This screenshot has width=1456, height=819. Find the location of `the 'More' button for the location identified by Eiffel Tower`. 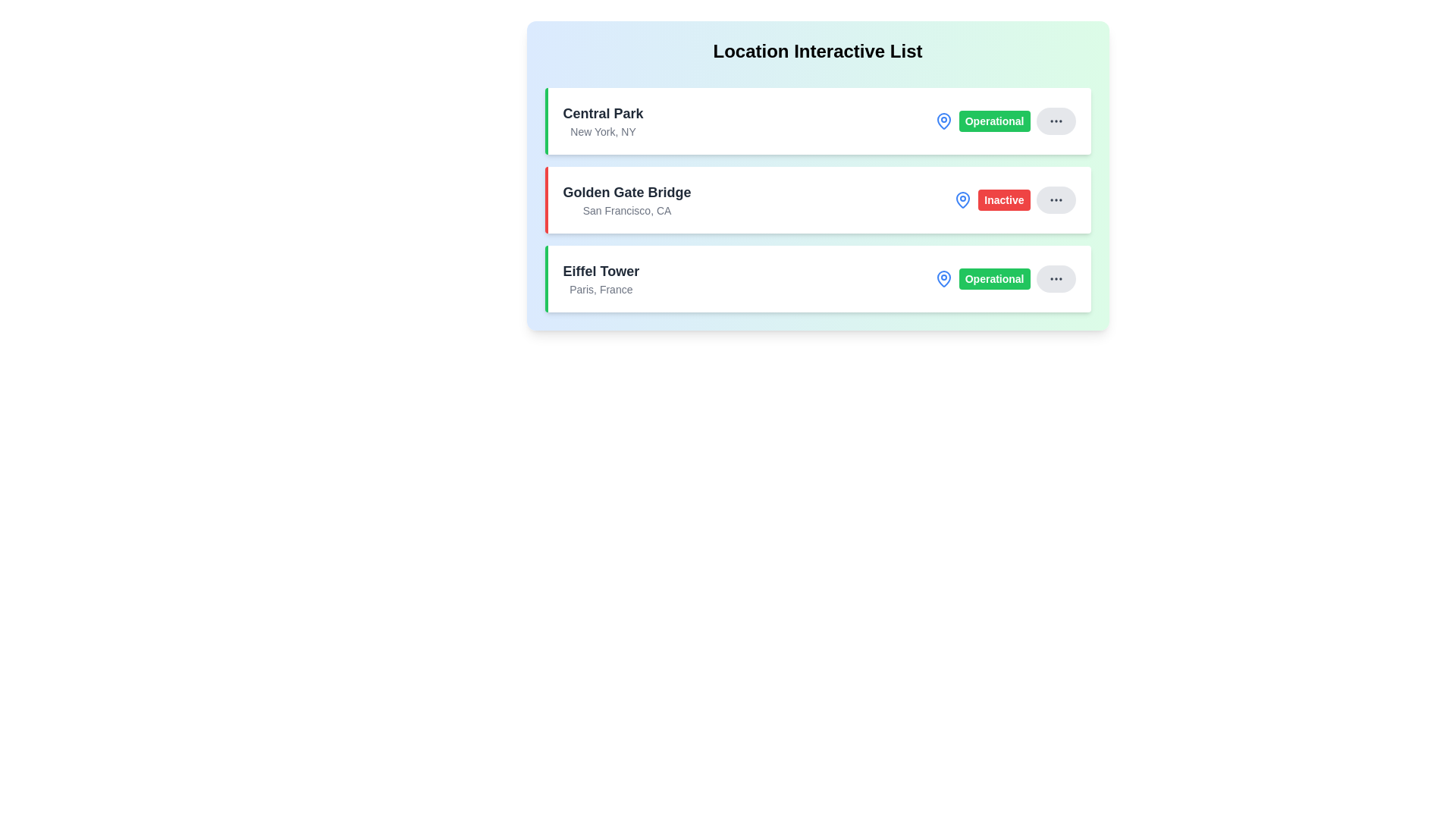

the 'More' button for the location identified by Eiffel Tower is located at coordinates (1055, 278).